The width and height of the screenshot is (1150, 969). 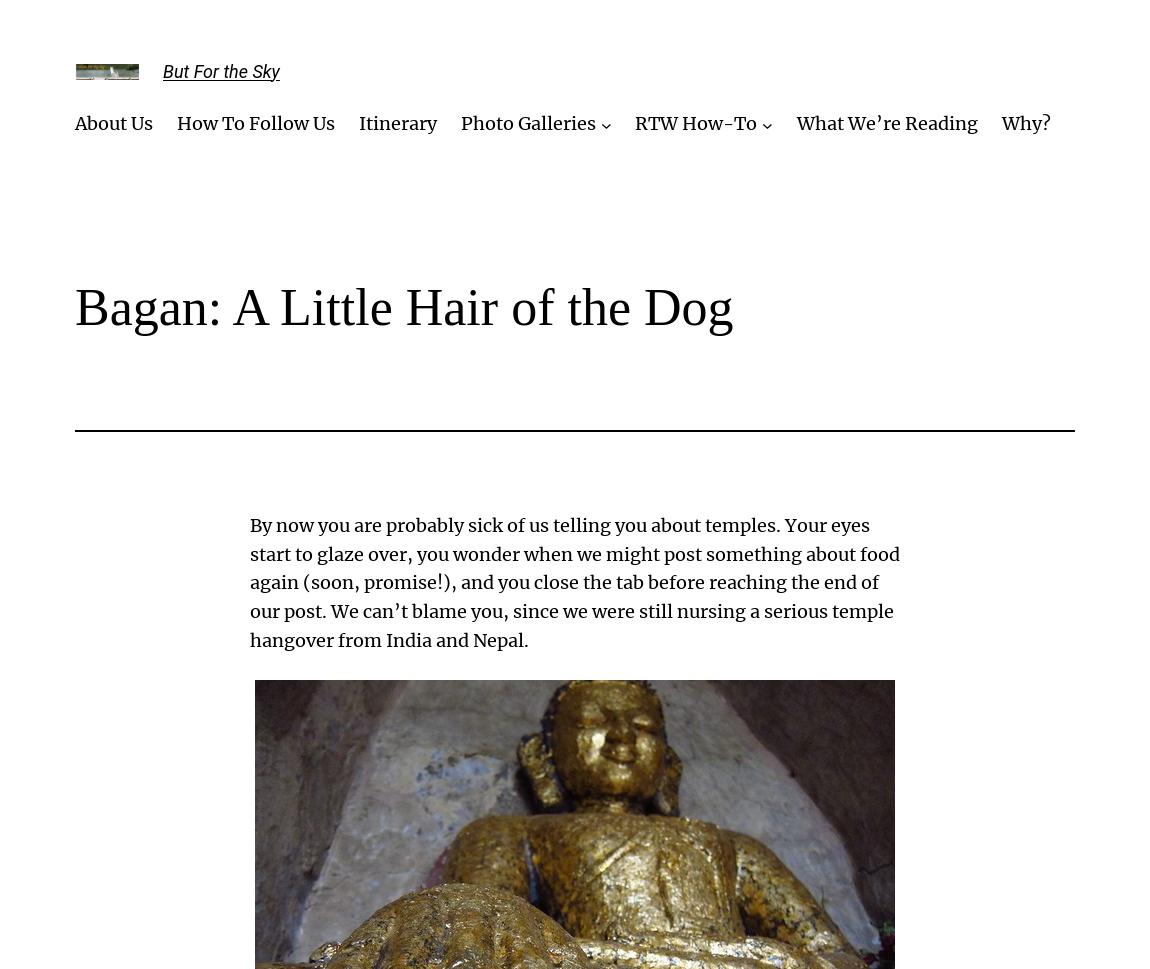 I want to click on 'How To Follow Us', so click(x=254, y=123).